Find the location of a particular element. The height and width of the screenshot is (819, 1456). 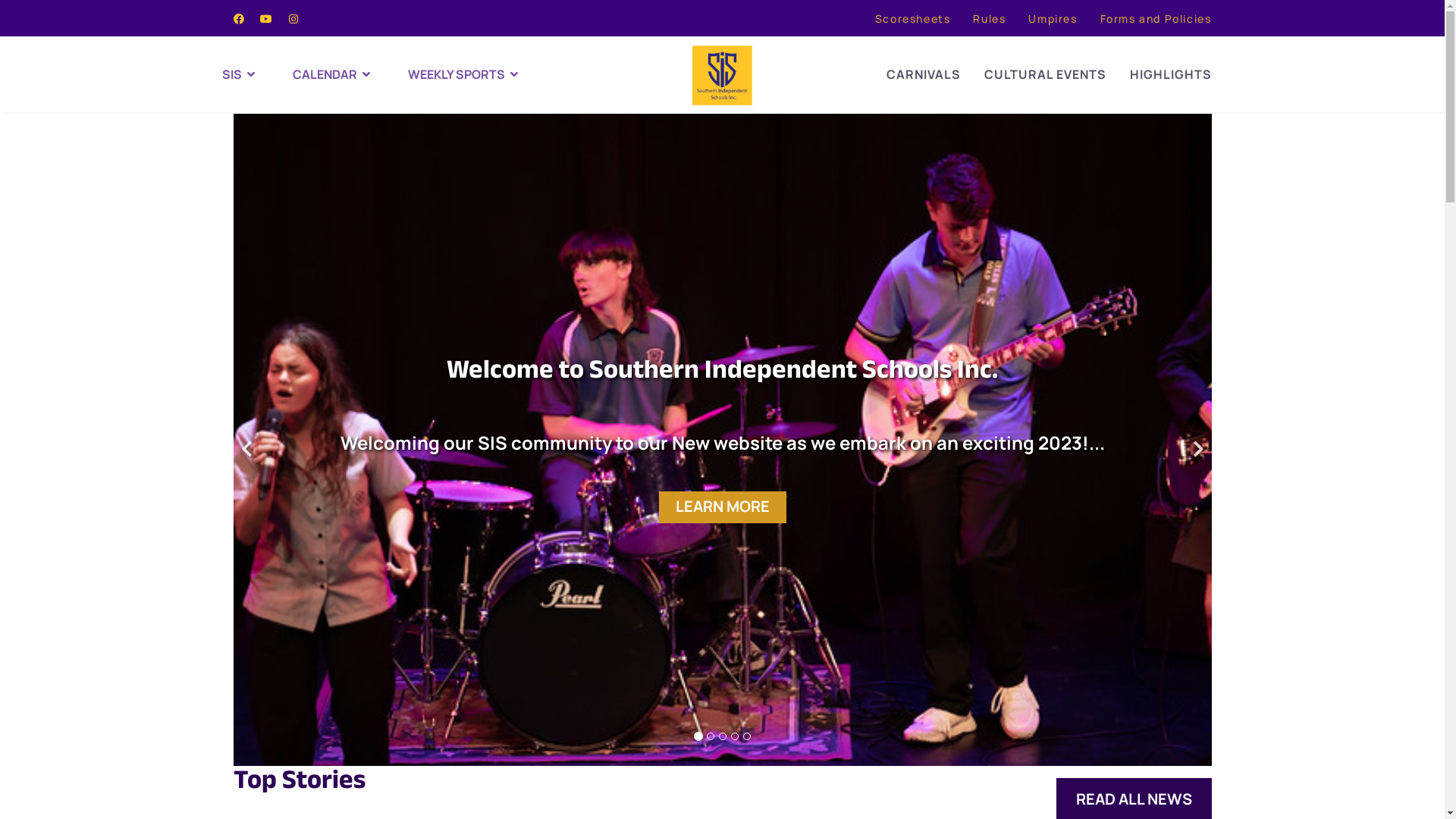

'CARNIVALS' is located at coordinates (922, 74).